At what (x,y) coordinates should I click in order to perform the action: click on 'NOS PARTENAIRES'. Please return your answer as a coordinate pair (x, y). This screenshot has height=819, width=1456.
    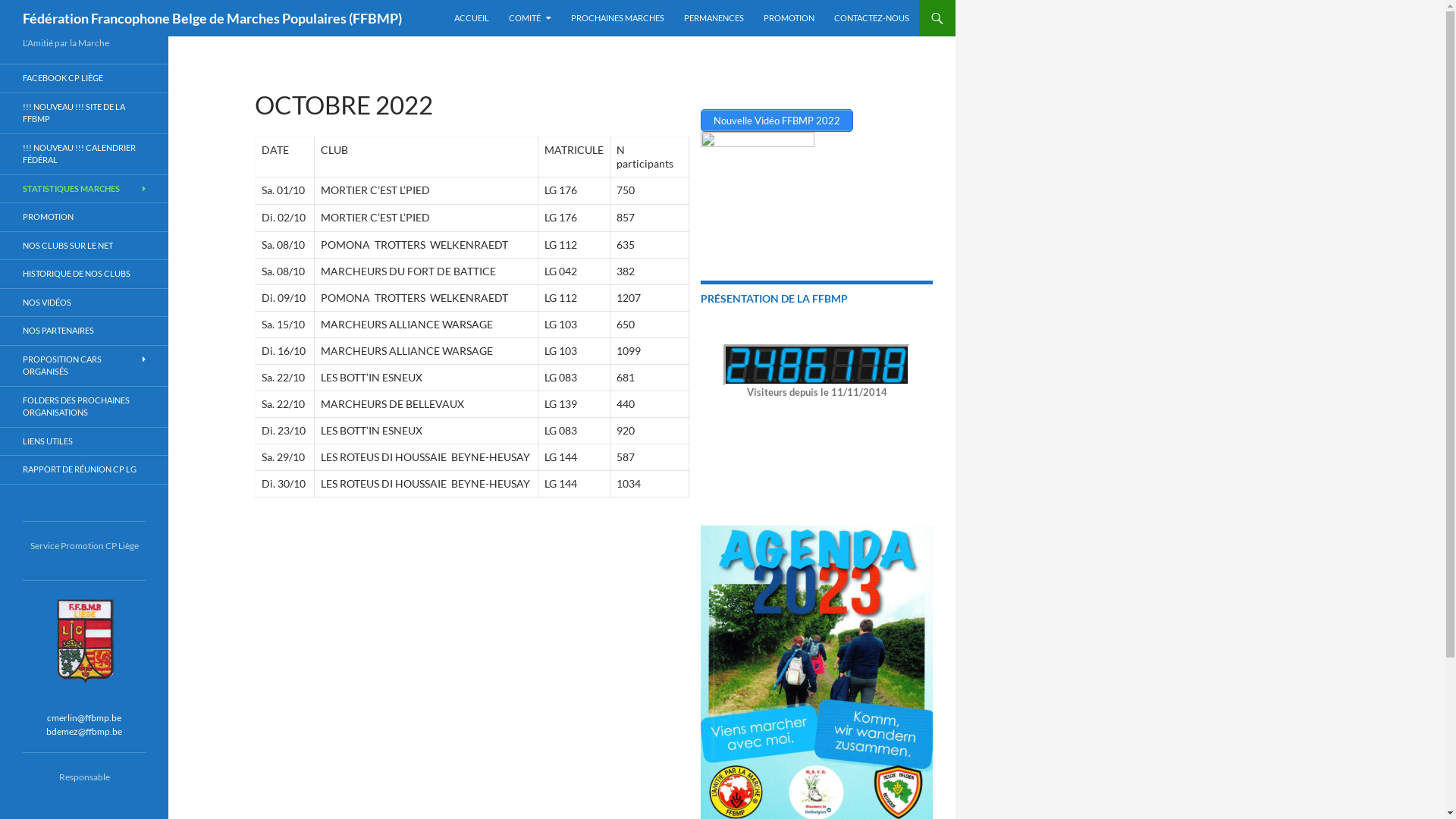
    Looking at the image, I should click on (83, 330).